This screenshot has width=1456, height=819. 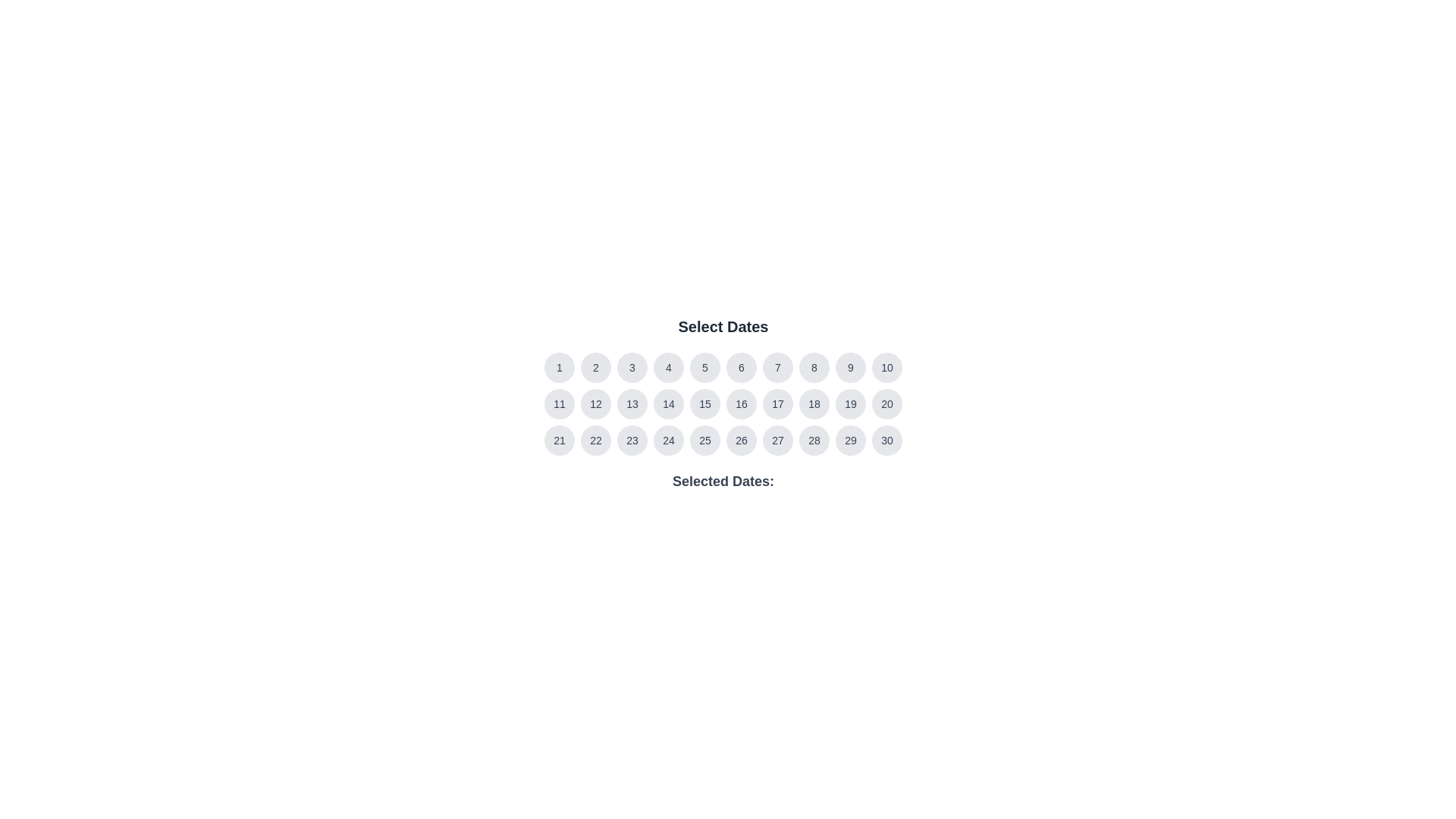 What do you see at coordinates (814, 441) in the screenshot?
I see `the circular button displaying the number '28' in the bottom row of the calendar interface` at bounding box center [814, 441].